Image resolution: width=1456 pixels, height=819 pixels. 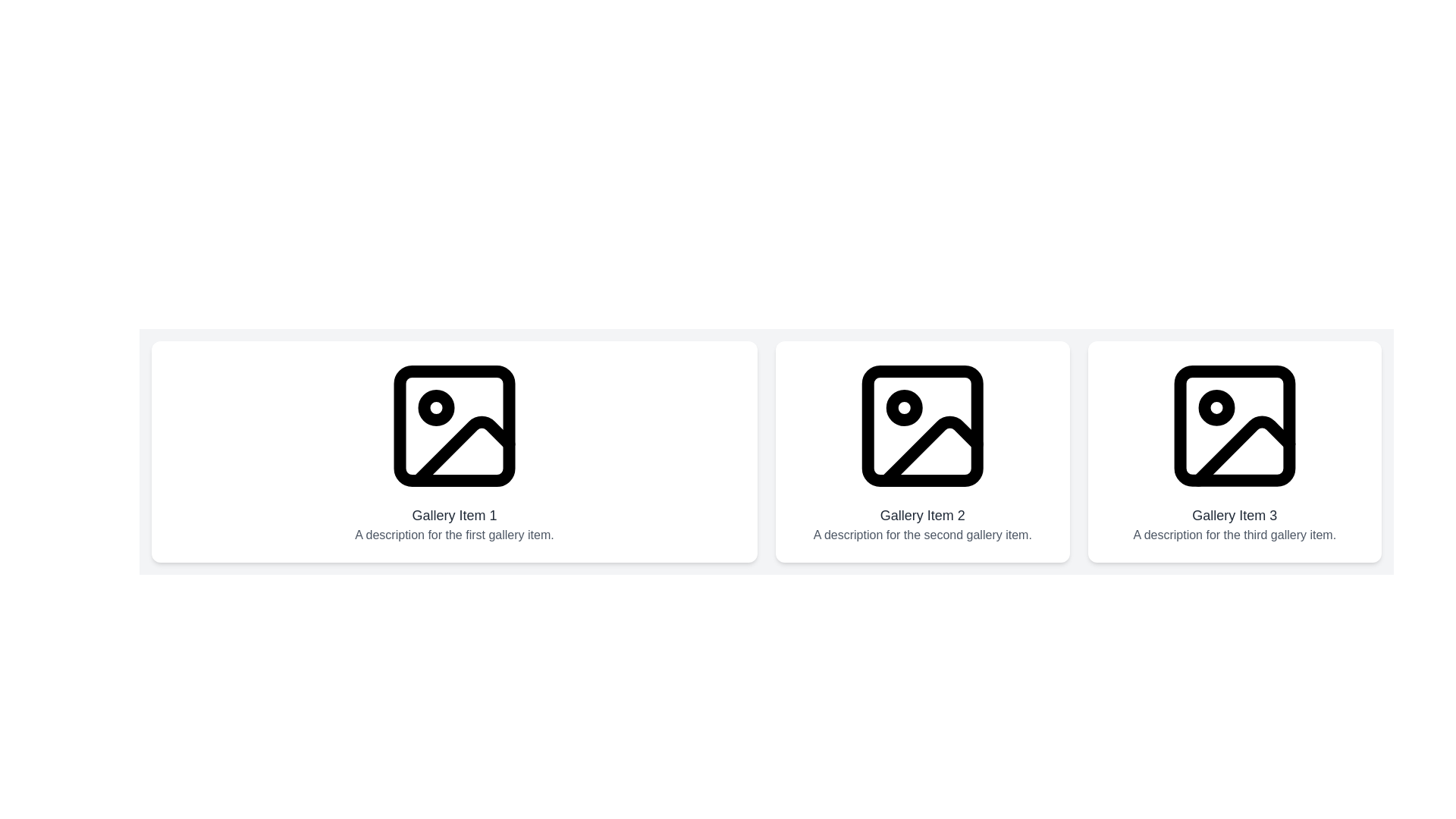 What do you see at coordinates (921, 426) in the screenshot?
I see `properties of the small rounded rectangle located at the top-left corner of the gallery icon in the second card labeled 'Gallery Item 2'` at bounding box center [921, 426].